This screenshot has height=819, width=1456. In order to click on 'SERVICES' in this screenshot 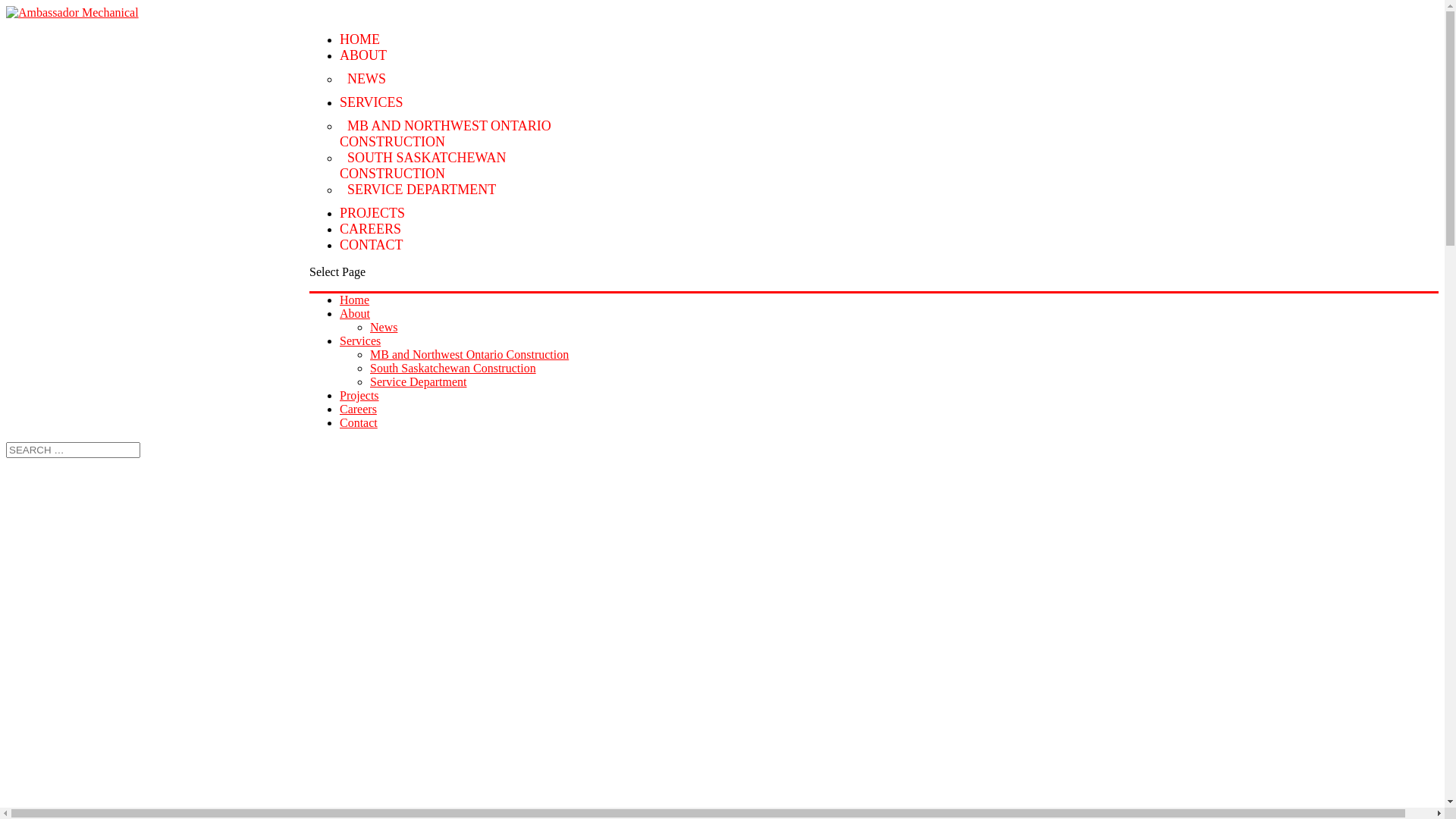, I will do `click(371, 102)`.